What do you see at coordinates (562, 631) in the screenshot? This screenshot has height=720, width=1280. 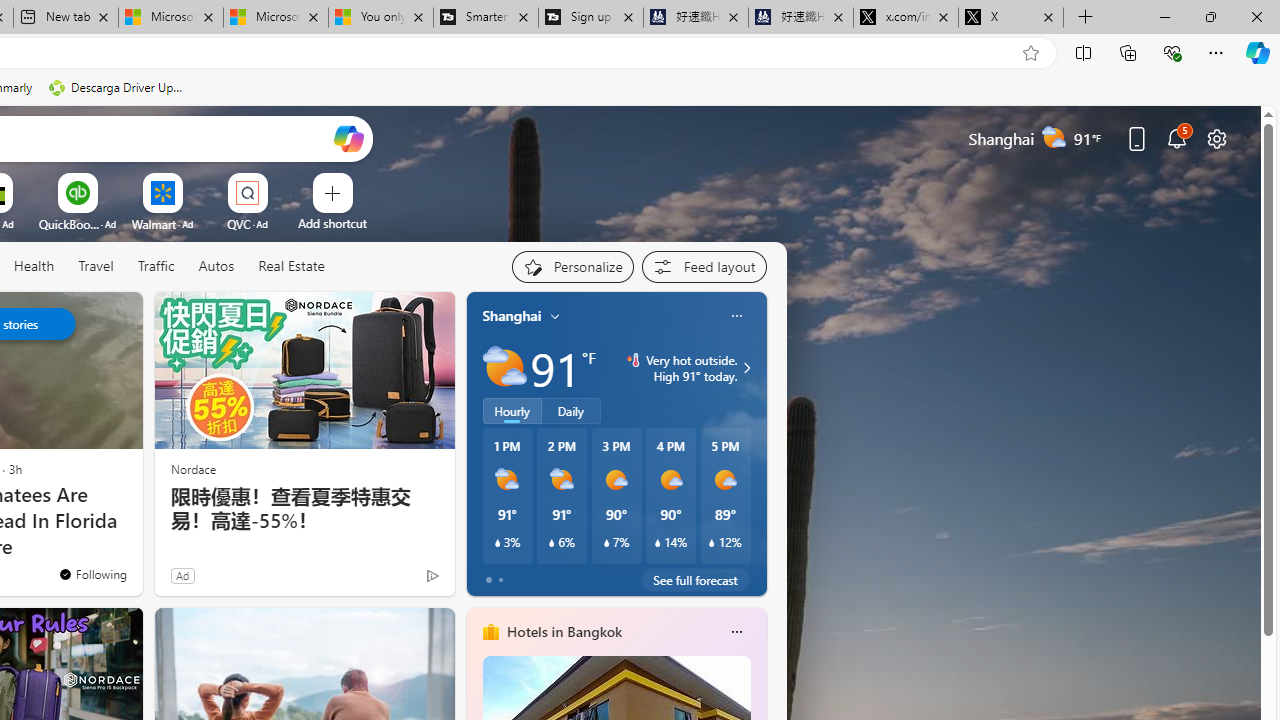 I see `'Hotels in Bangkok'` at bounding box center [562, 631].